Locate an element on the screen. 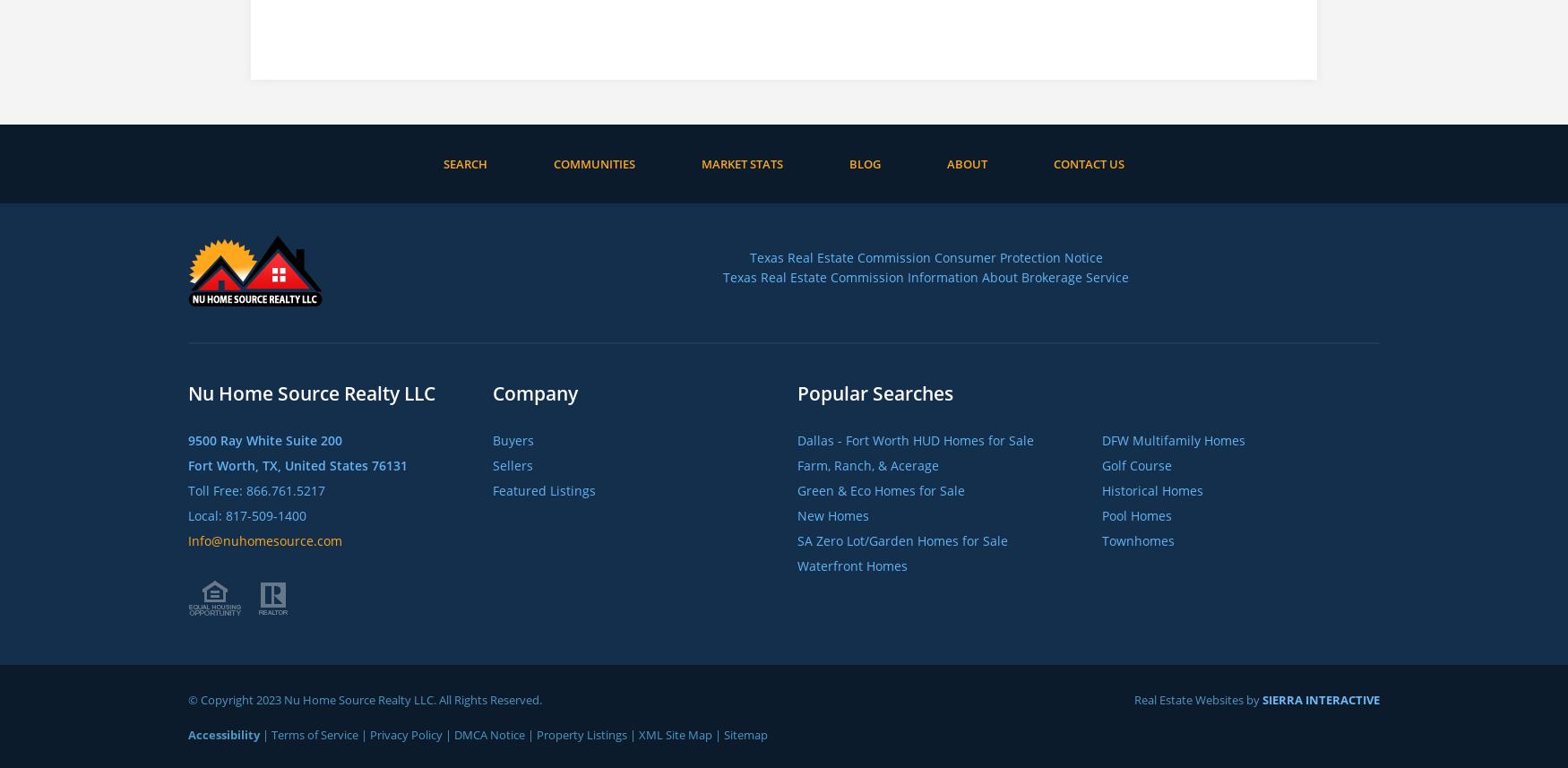  'Blog' is located at coordinates (865, 163).